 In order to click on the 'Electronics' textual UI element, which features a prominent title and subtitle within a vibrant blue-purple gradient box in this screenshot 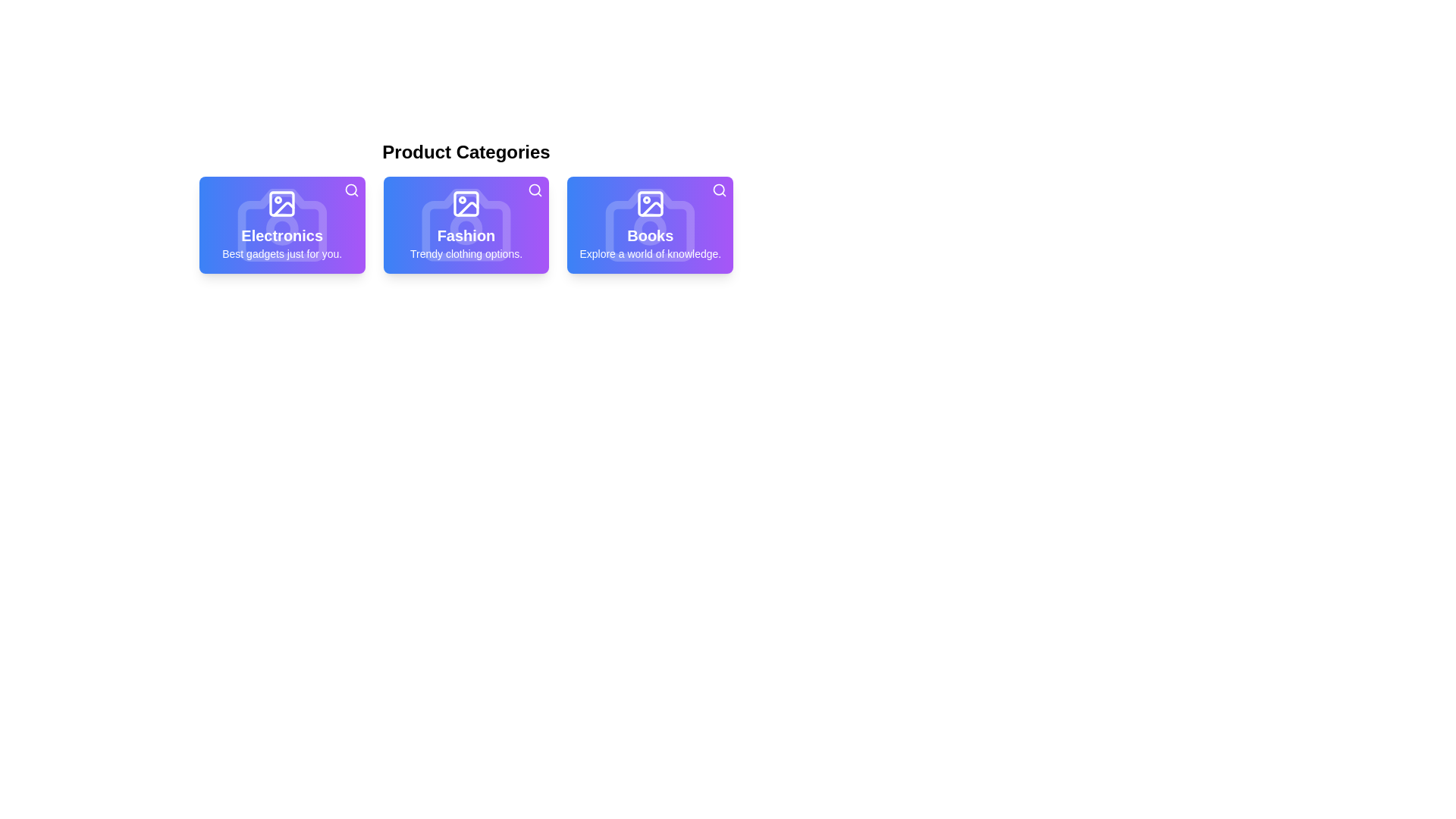, I will do `click(282, 225)`.